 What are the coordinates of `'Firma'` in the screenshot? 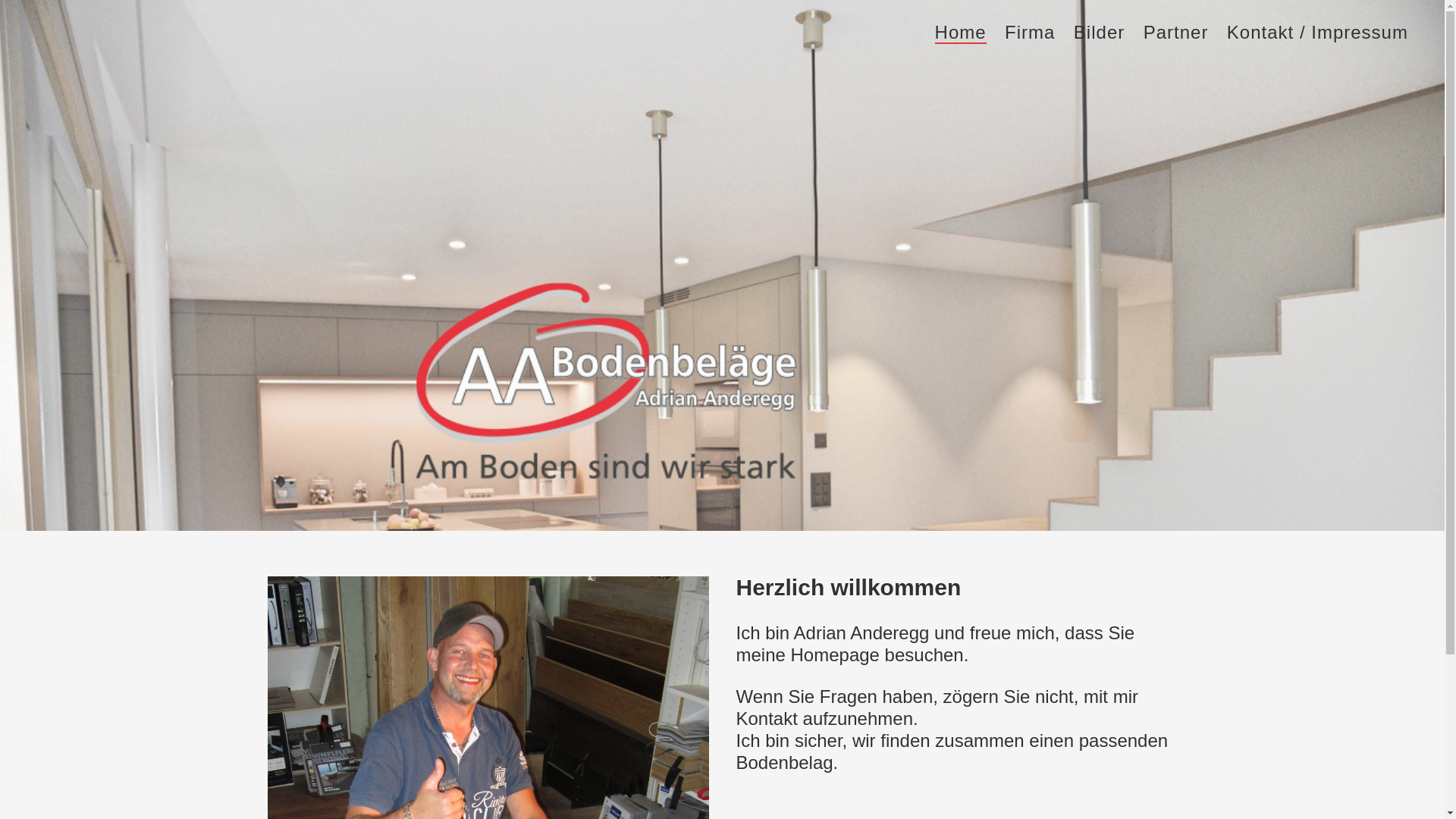 It's located at (1004, 33).